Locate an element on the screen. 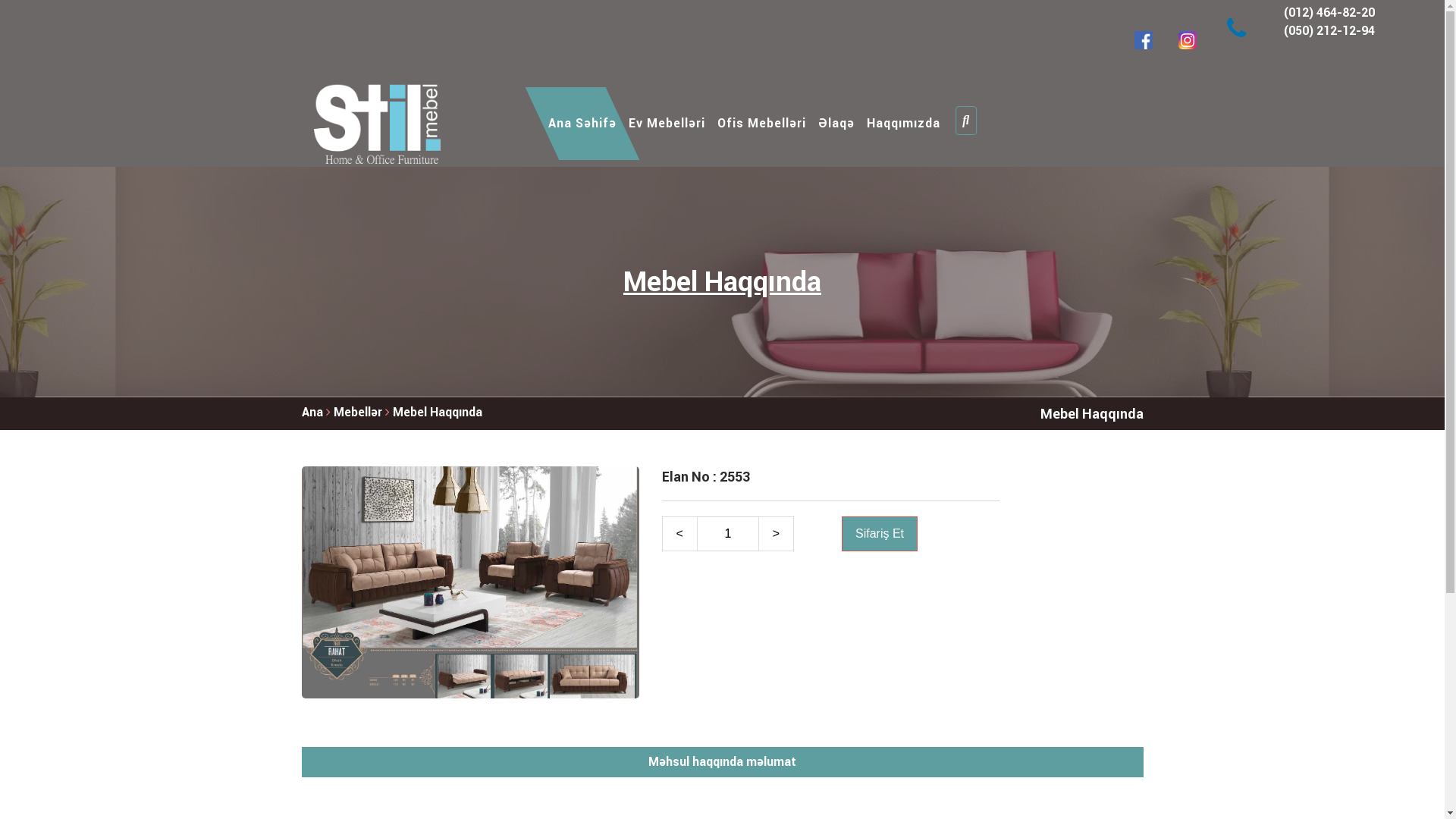  'Ana' is located at coordinates (312, 412).